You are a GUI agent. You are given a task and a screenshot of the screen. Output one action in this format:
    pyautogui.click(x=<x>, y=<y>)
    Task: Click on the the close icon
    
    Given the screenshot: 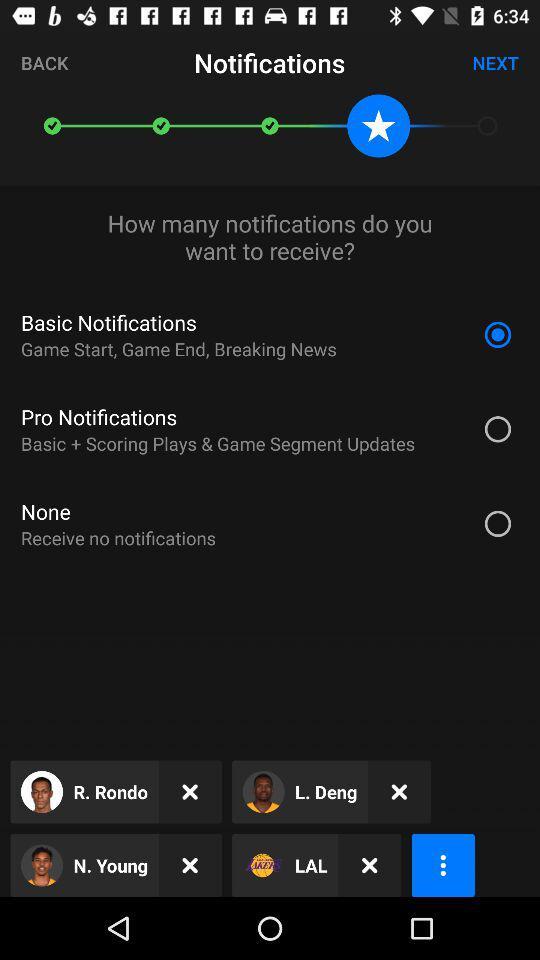 What is the action you would take?
    pyautogui.click(x=399, y=792)
    